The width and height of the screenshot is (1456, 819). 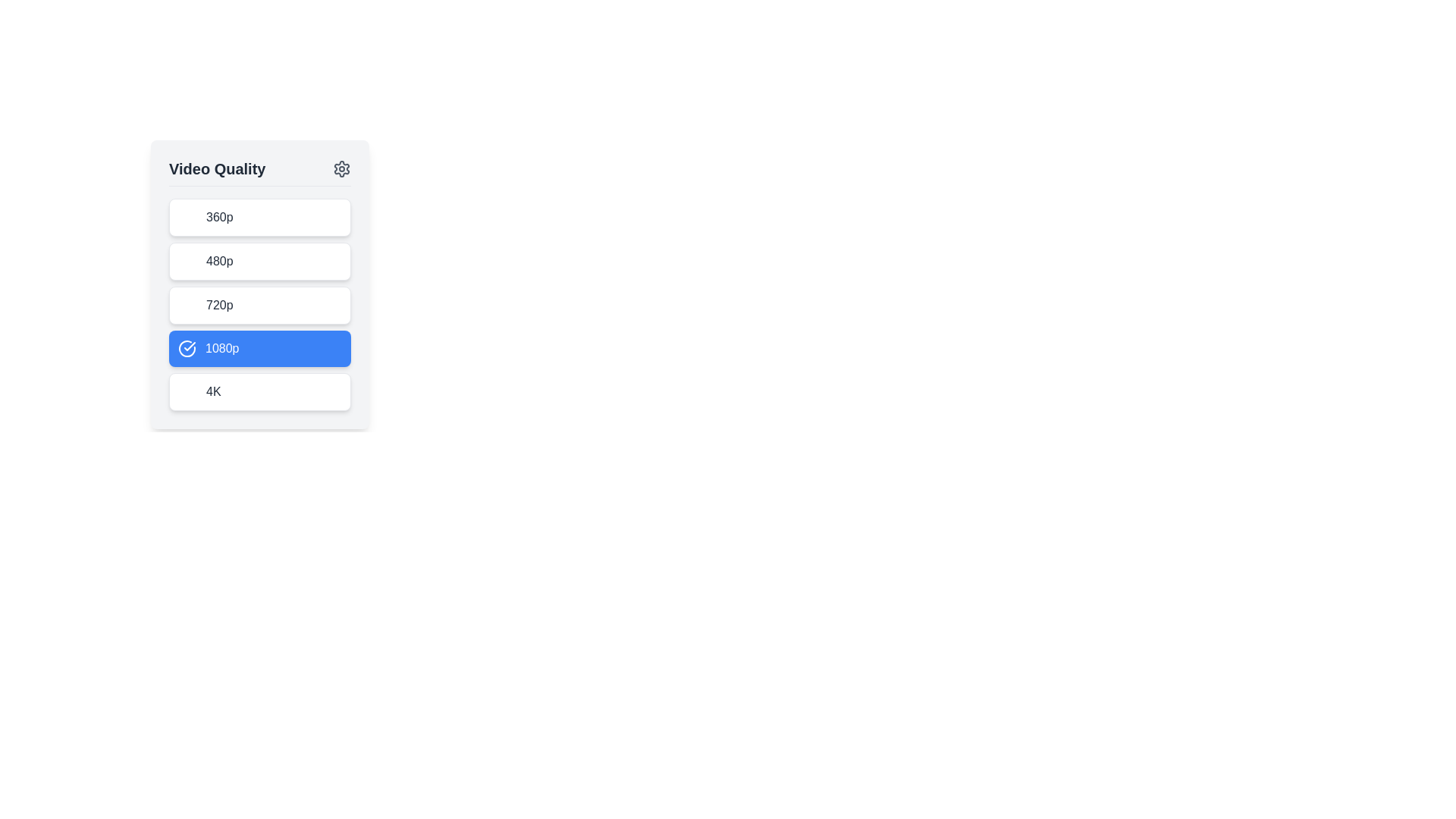 What do you see at coordinates (341, 169) in the screenshot?
I see `the settings icon for 'Video Quality' located at the top-right corner of the section` at bounding box center [341, 169].